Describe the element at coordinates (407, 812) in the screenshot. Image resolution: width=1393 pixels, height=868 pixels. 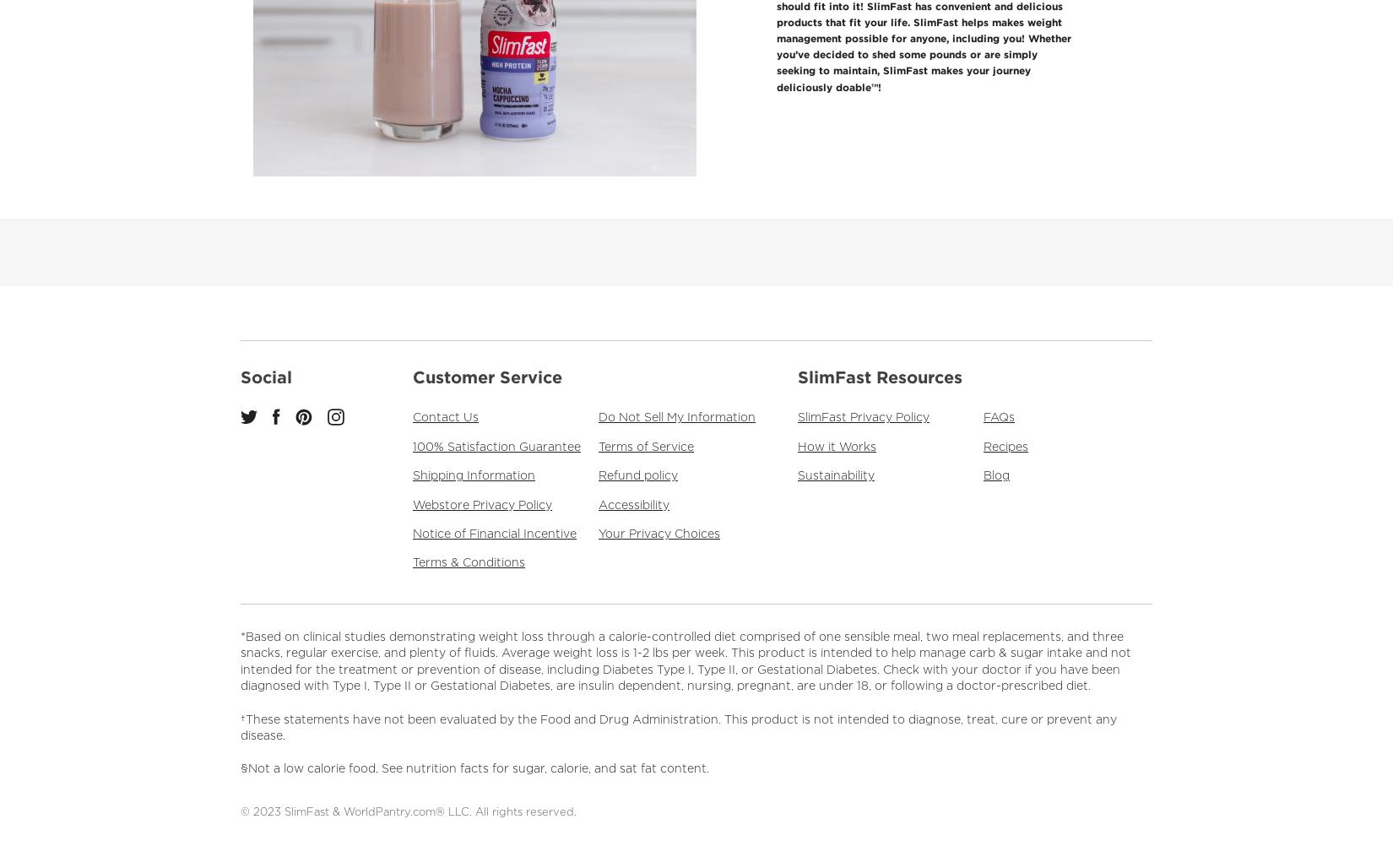
I see `'© 
          2023
         SlimFast & WorldPantry.com® LLC. All rights reserved.'` at that location.